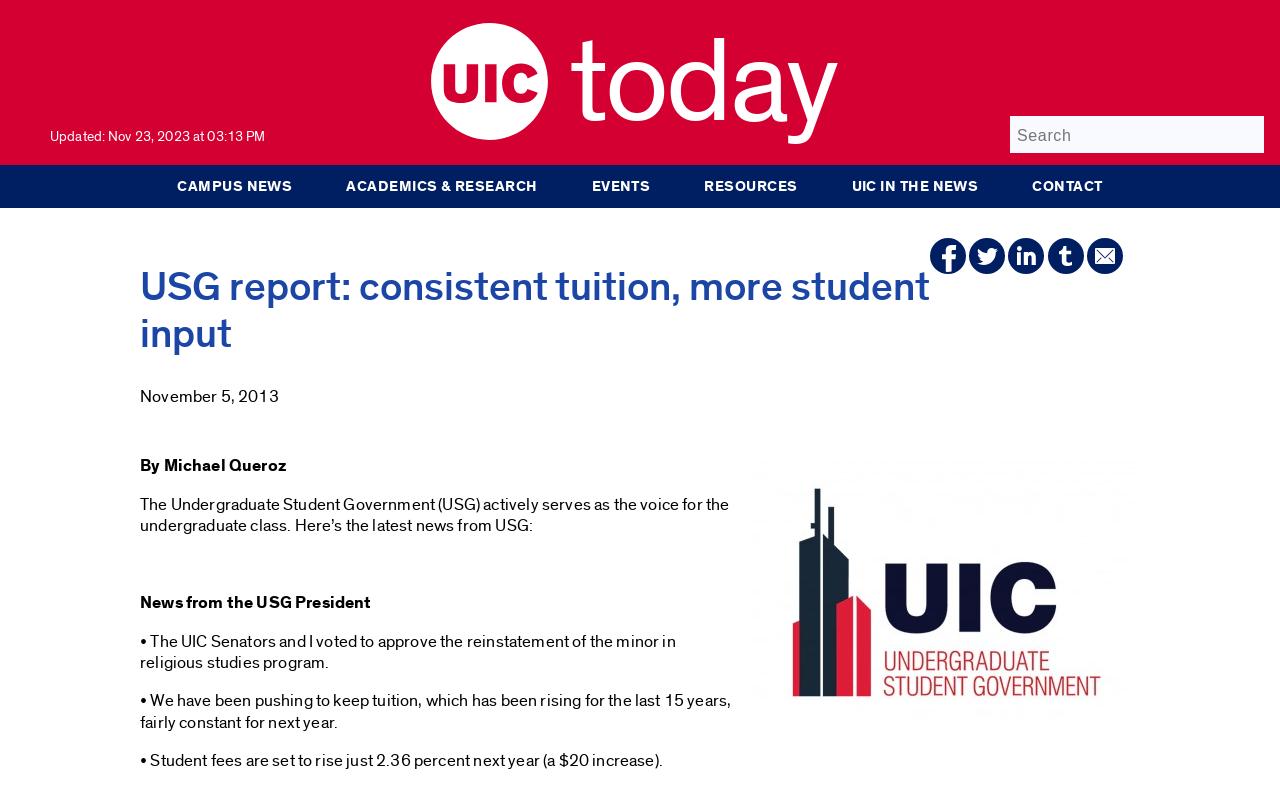 The width and height of the screenshot is (1280, 787). Describe the element at coordinates (749, 185) in the screenshot. I see `'Resources'` at that location.